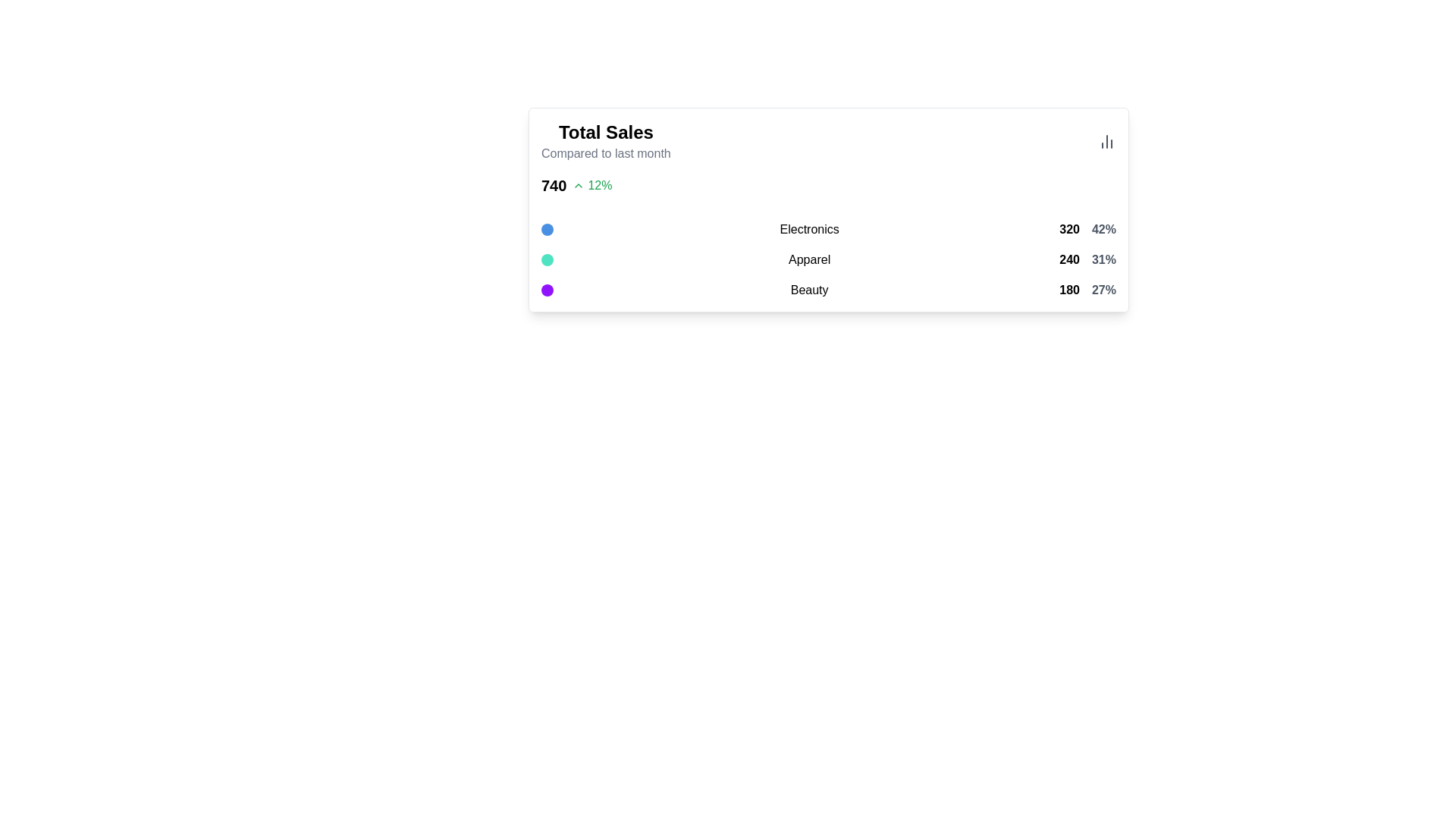 The image size is (1456, 819). What do you see at coordinates (1068, 259) in the screenshot?
I see `numerical value associated with the 'Apparel' category, located in the second row of a list, positioned between the 'Apparel' label and the '31%' percentage indicator` at bounding box center [1068, 259].